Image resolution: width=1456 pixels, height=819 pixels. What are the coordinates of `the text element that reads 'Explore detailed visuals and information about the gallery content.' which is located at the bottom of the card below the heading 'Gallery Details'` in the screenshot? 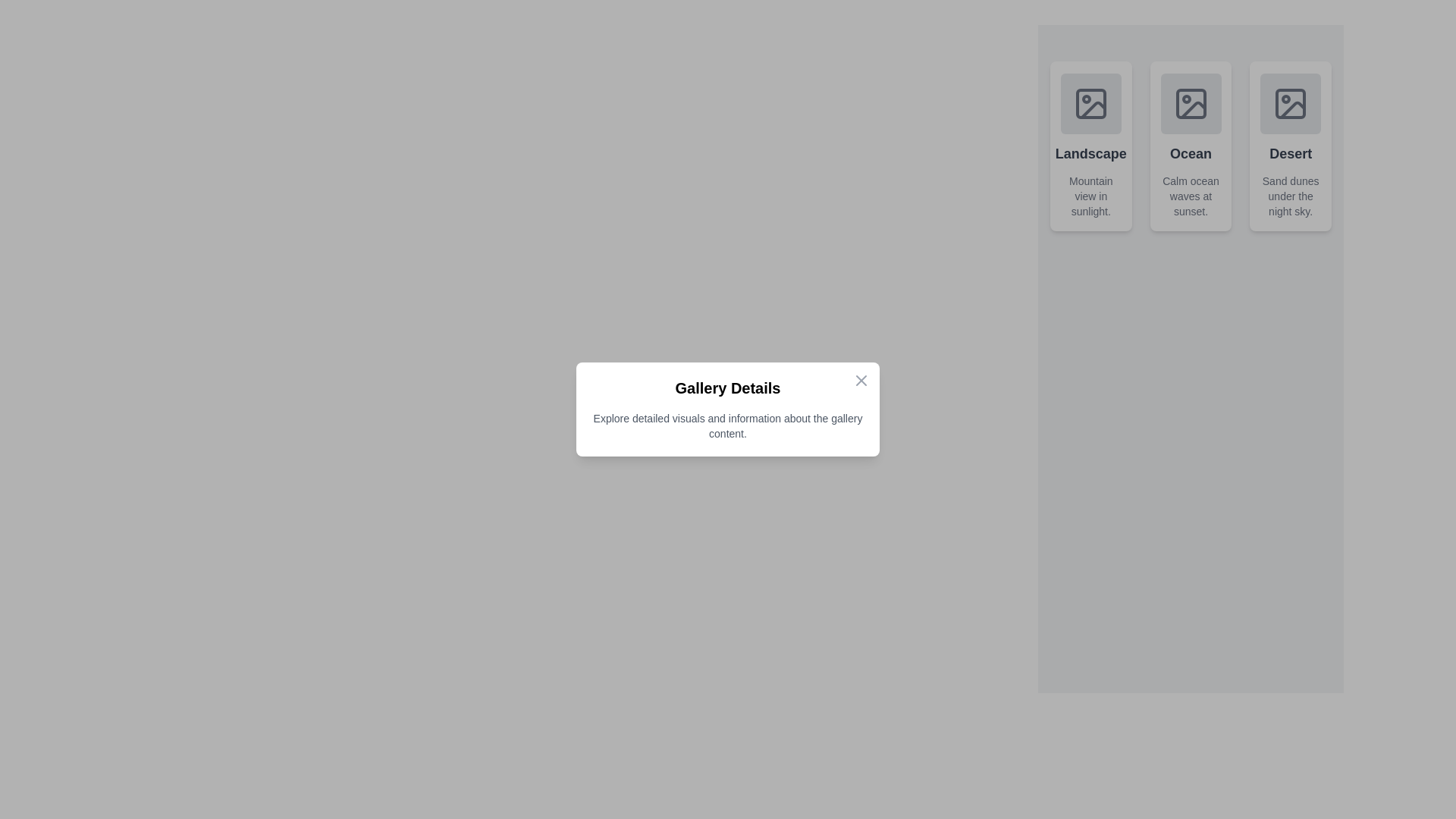 It's located at (728, 426).